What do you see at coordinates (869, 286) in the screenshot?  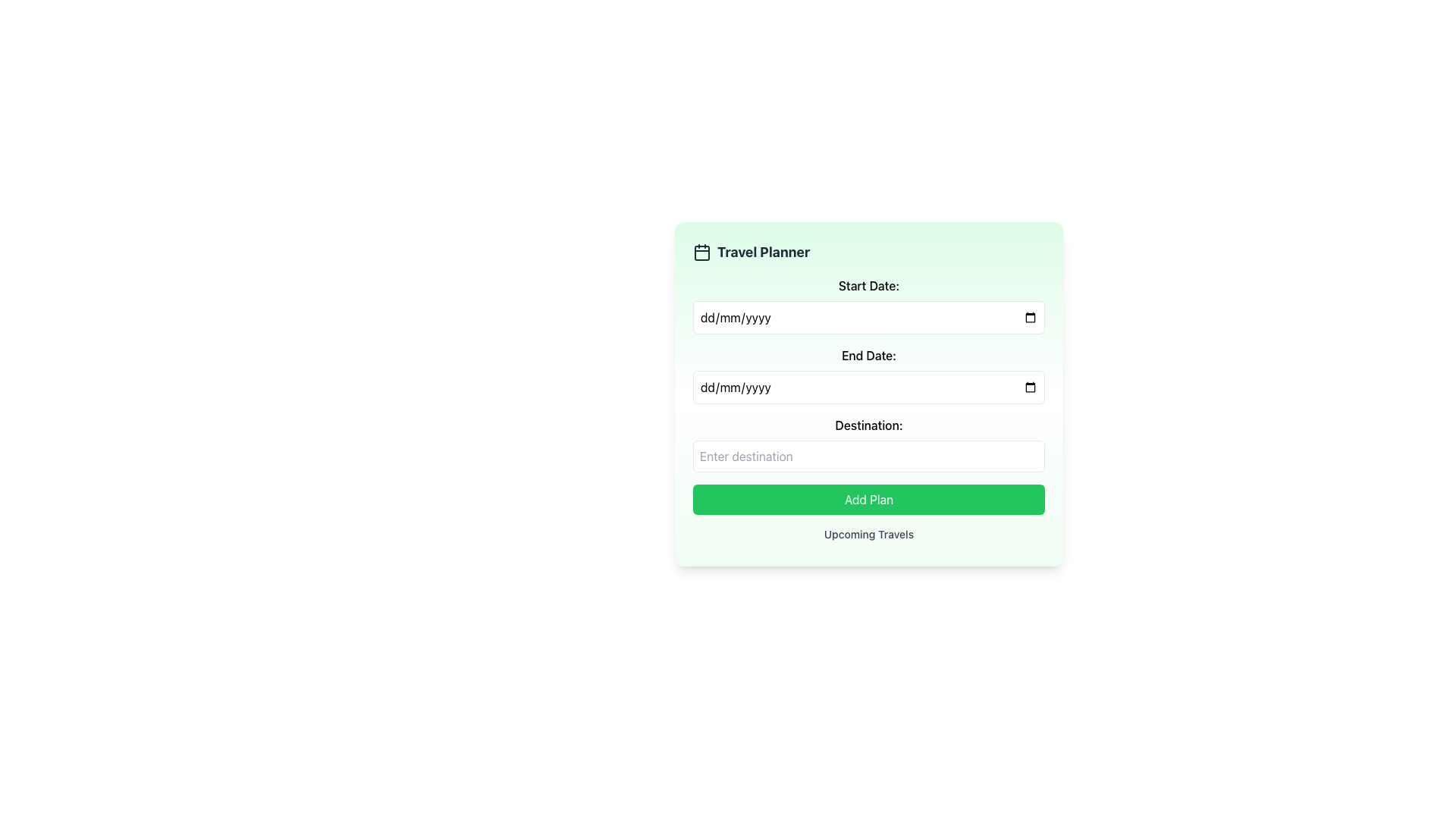 I see `label located at the top of the form in the travel planner interface, which indicates the start date for the adjacent date input field` at bounding box center [869, 286].